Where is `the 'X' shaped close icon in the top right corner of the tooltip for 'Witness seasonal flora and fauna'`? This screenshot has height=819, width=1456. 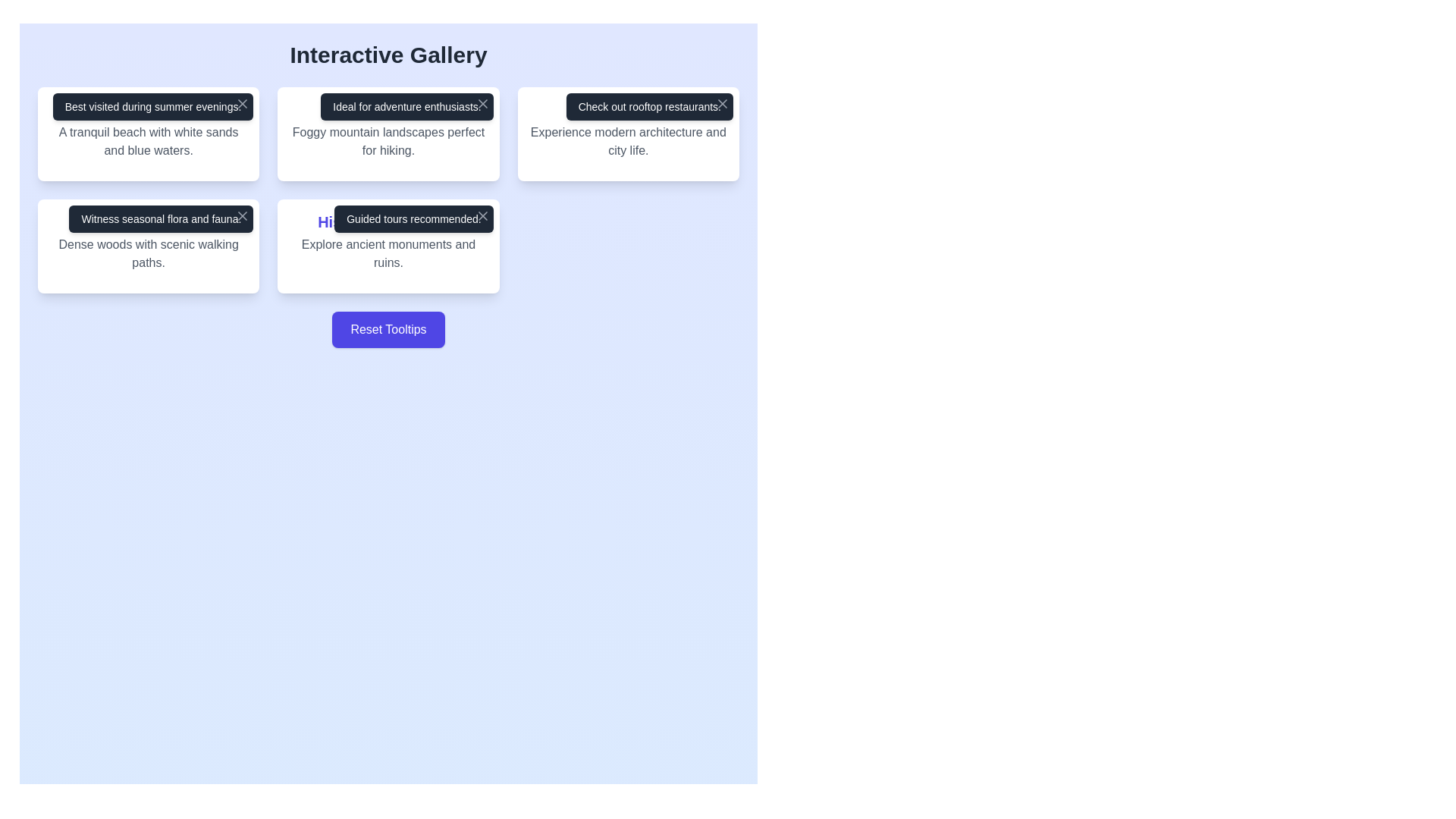
the 'X' shaped close icon in the top right corner of the tooltip for 'Witness seasonal flora and fauna' is located at coordinates (243, 216).